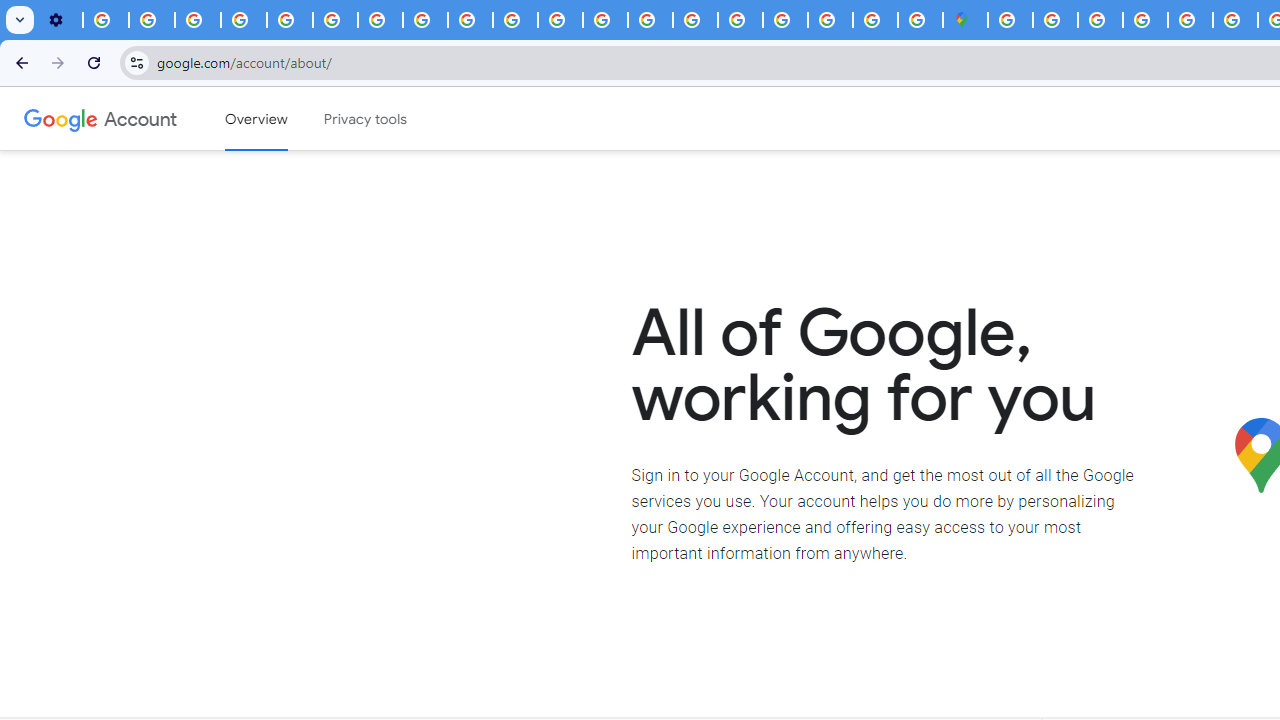  I want to click on 'Google Account', so click(139, 118).